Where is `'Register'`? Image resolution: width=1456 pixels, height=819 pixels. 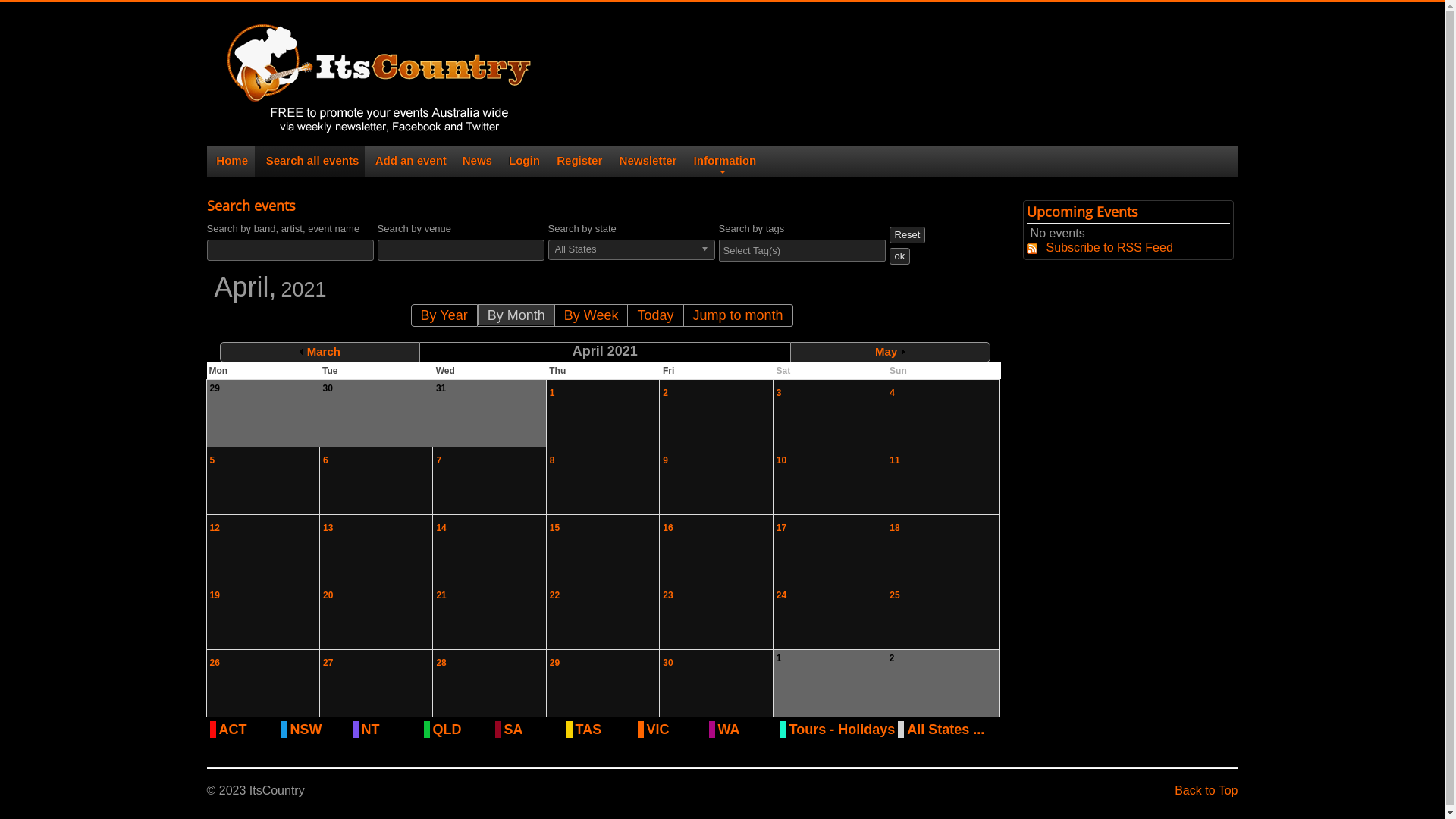 'Register' is located at coordinates (577, 161).